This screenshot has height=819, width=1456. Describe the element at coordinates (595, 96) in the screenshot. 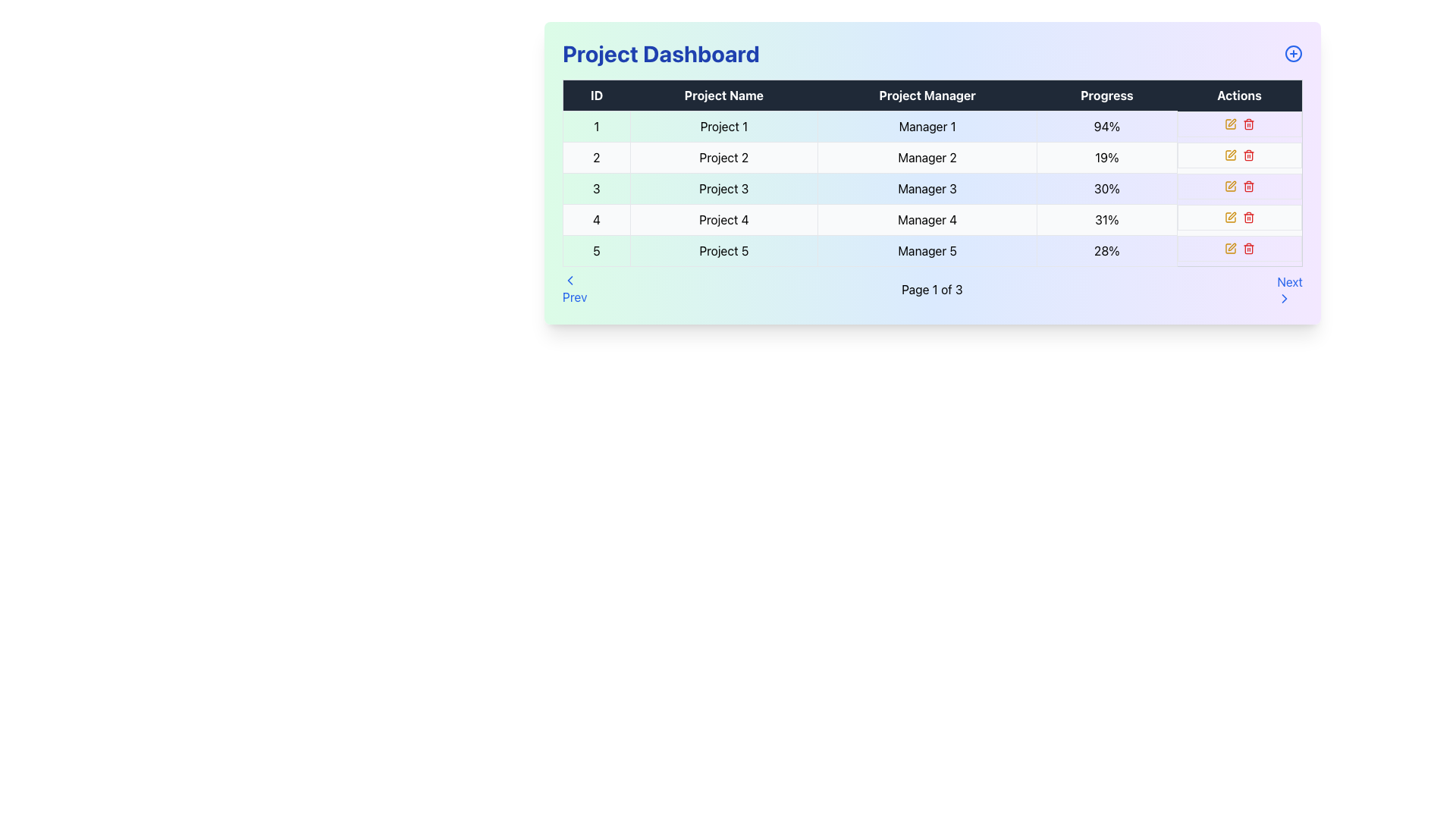

I see `the 'ID' text element, which is the first item in the header row of a table` at that location.